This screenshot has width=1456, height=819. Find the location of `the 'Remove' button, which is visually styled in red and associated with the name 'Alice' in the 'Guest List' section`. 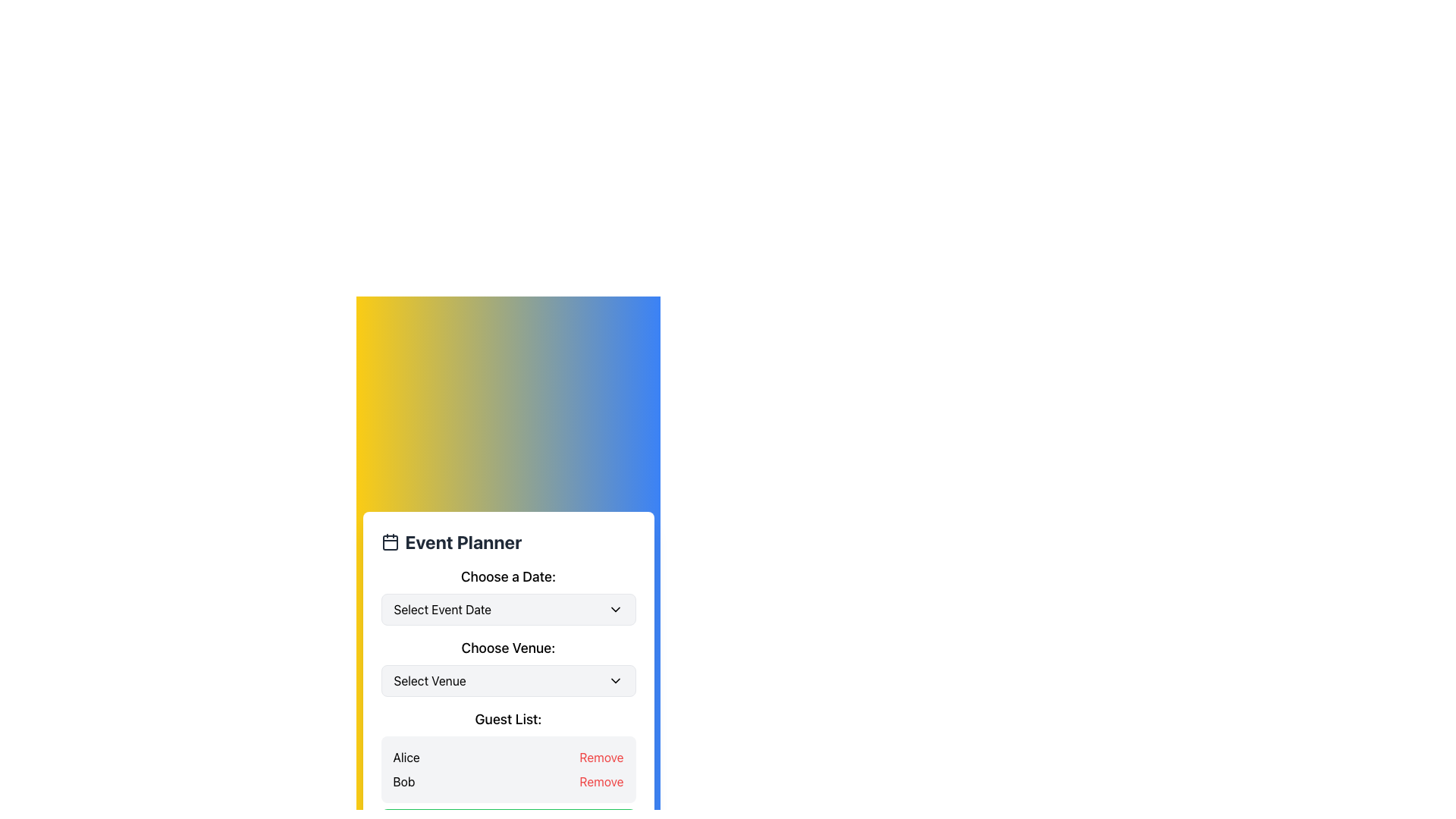

the 'Remove' button, which is visually styled in red and associated with the name 'Alice' in the 'Guest List' section is located at coordinates (601, 758).